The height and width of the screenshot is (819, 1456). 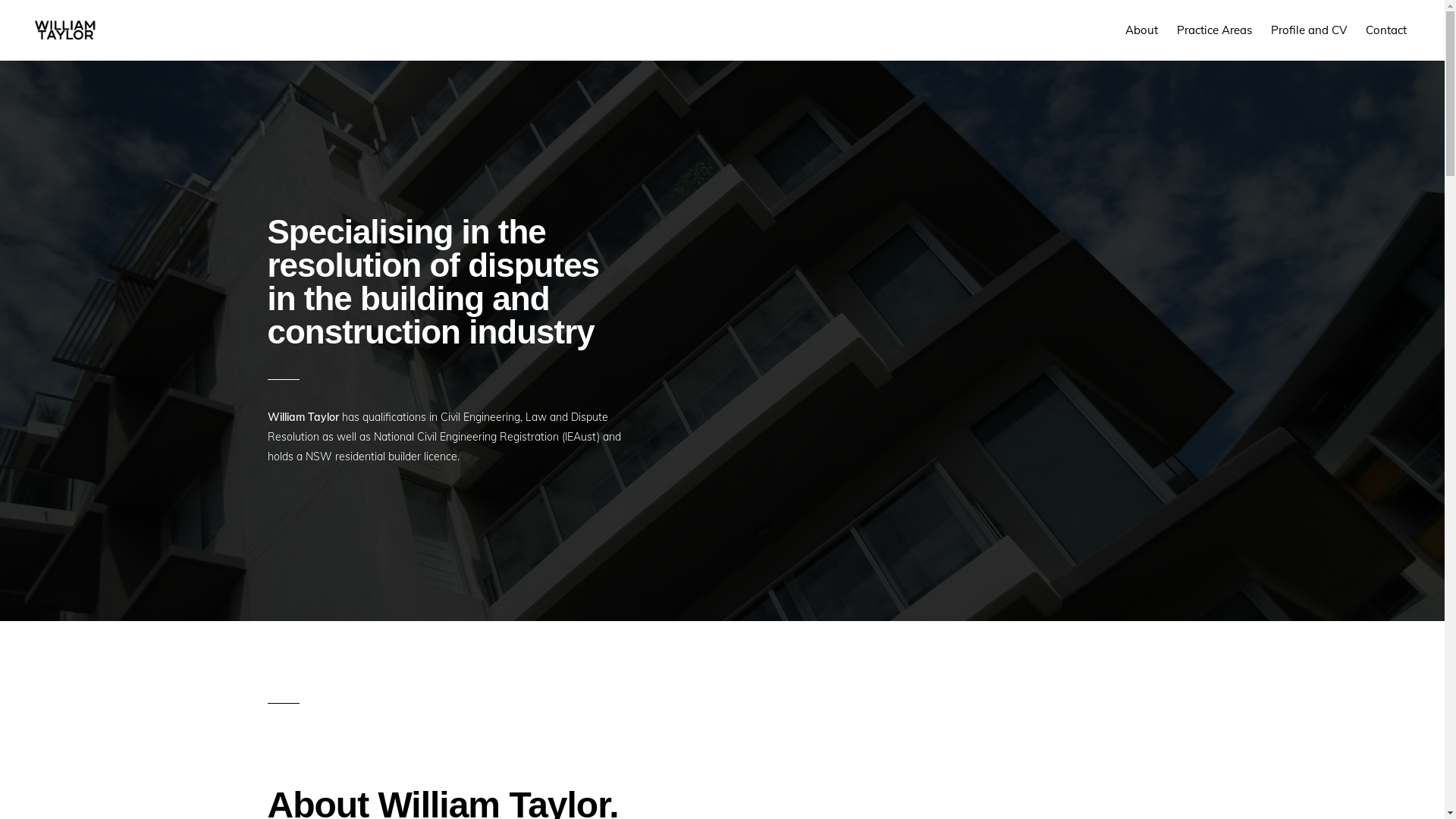 What do you see at coordinates (591, 783) in the screenshot?
I see `'View our Disclaimer Statement'` at bounding box center [591, 783].